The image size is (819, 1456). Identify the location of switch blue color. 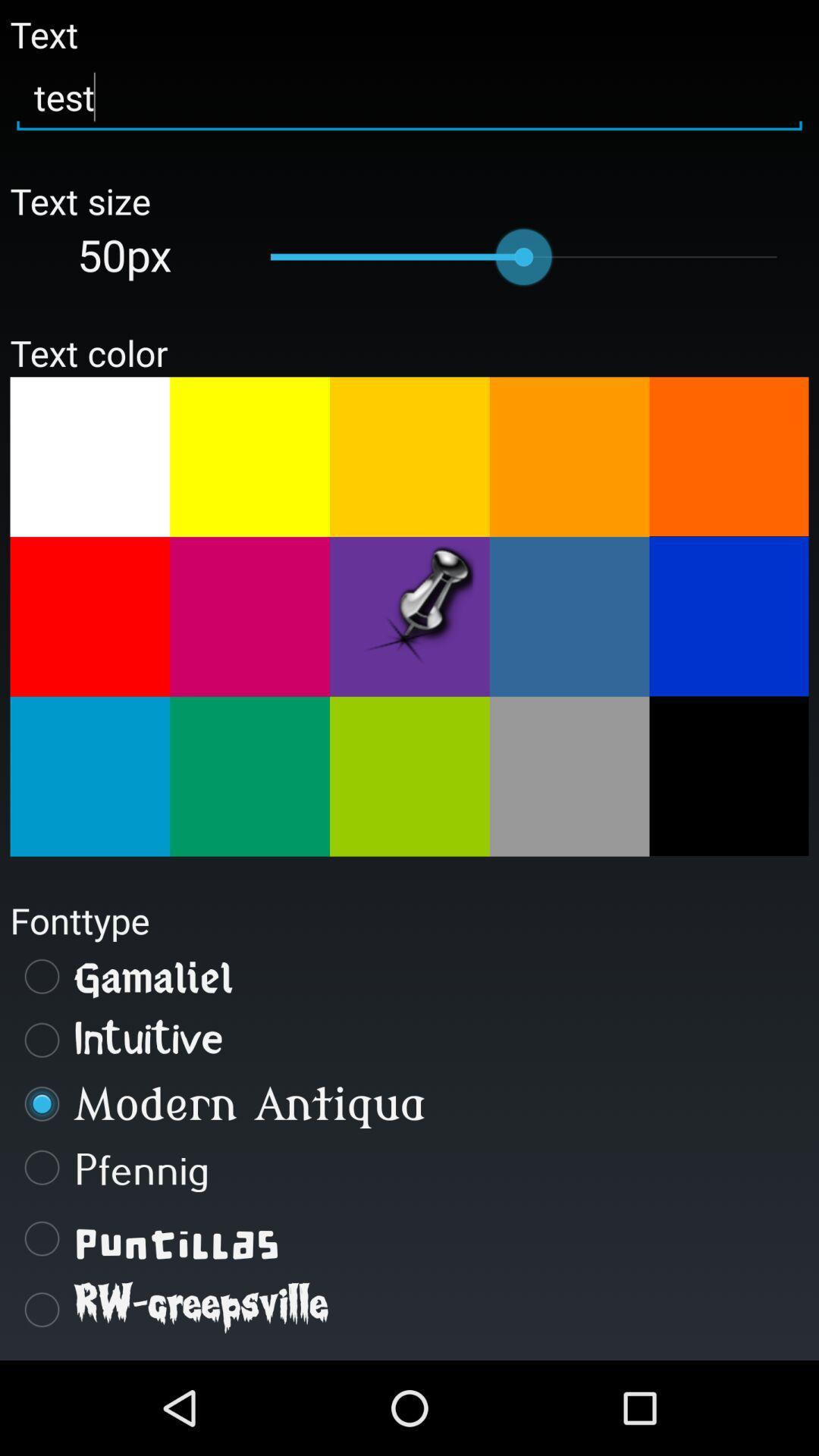
(89, 777).